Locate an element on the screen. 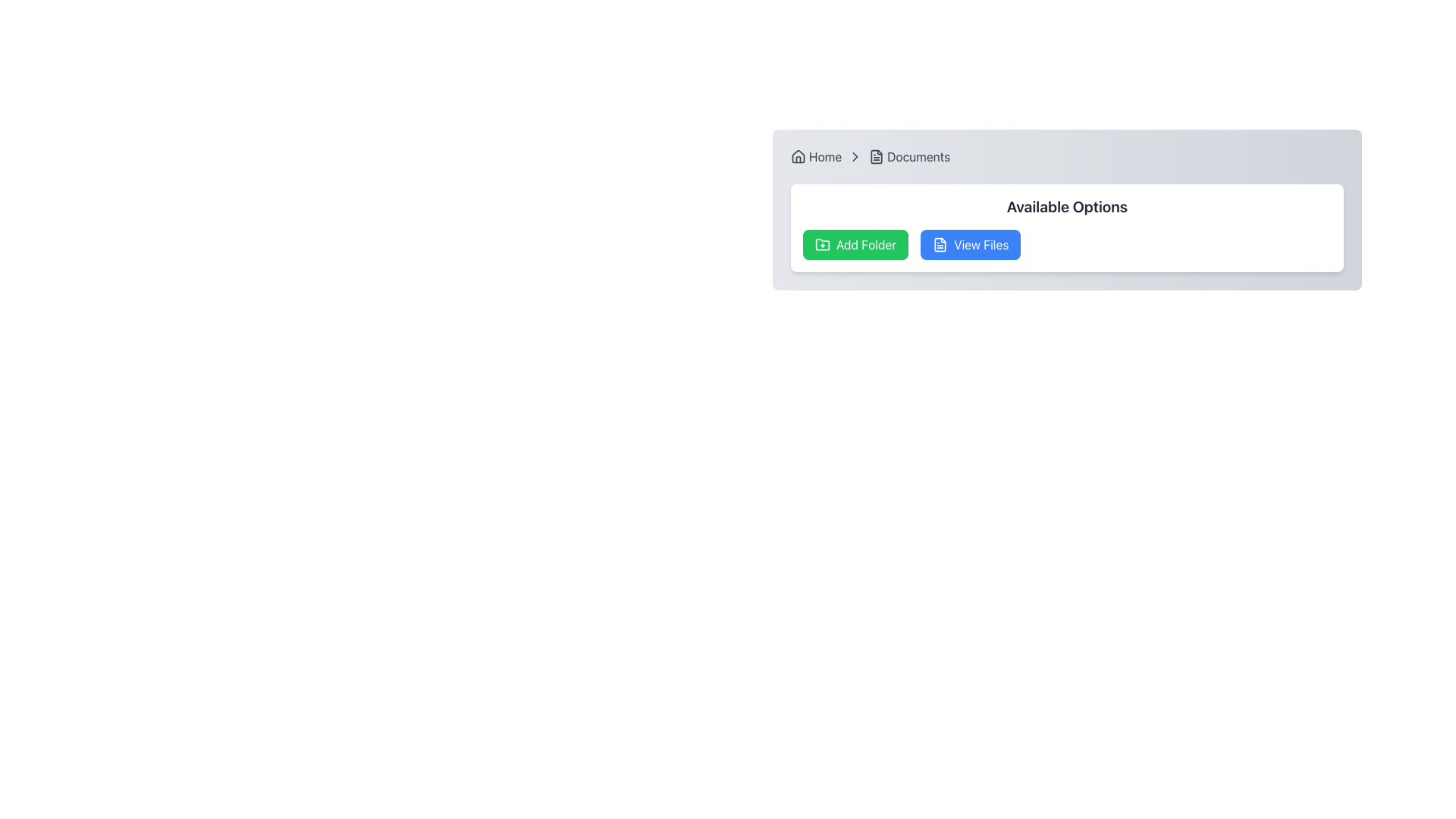 This screenshot has height=819, width=1456. the 'Home' breadcrumb navigation item is located at coordinates (824, 157).